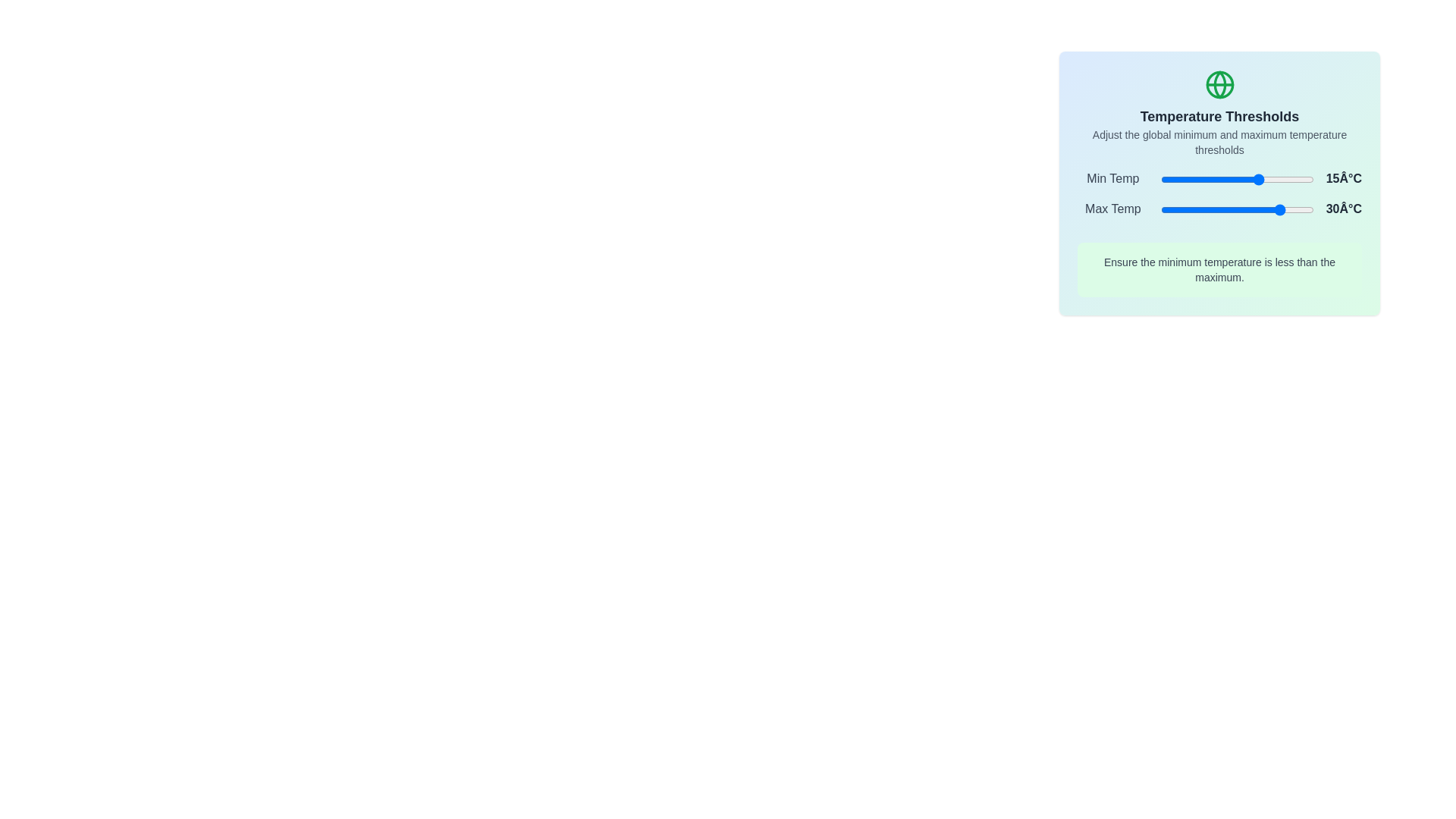 This screenshot has height=819, width=1456. I want to click on the maximum temperature slider to 37°C, so click(1293, 210).